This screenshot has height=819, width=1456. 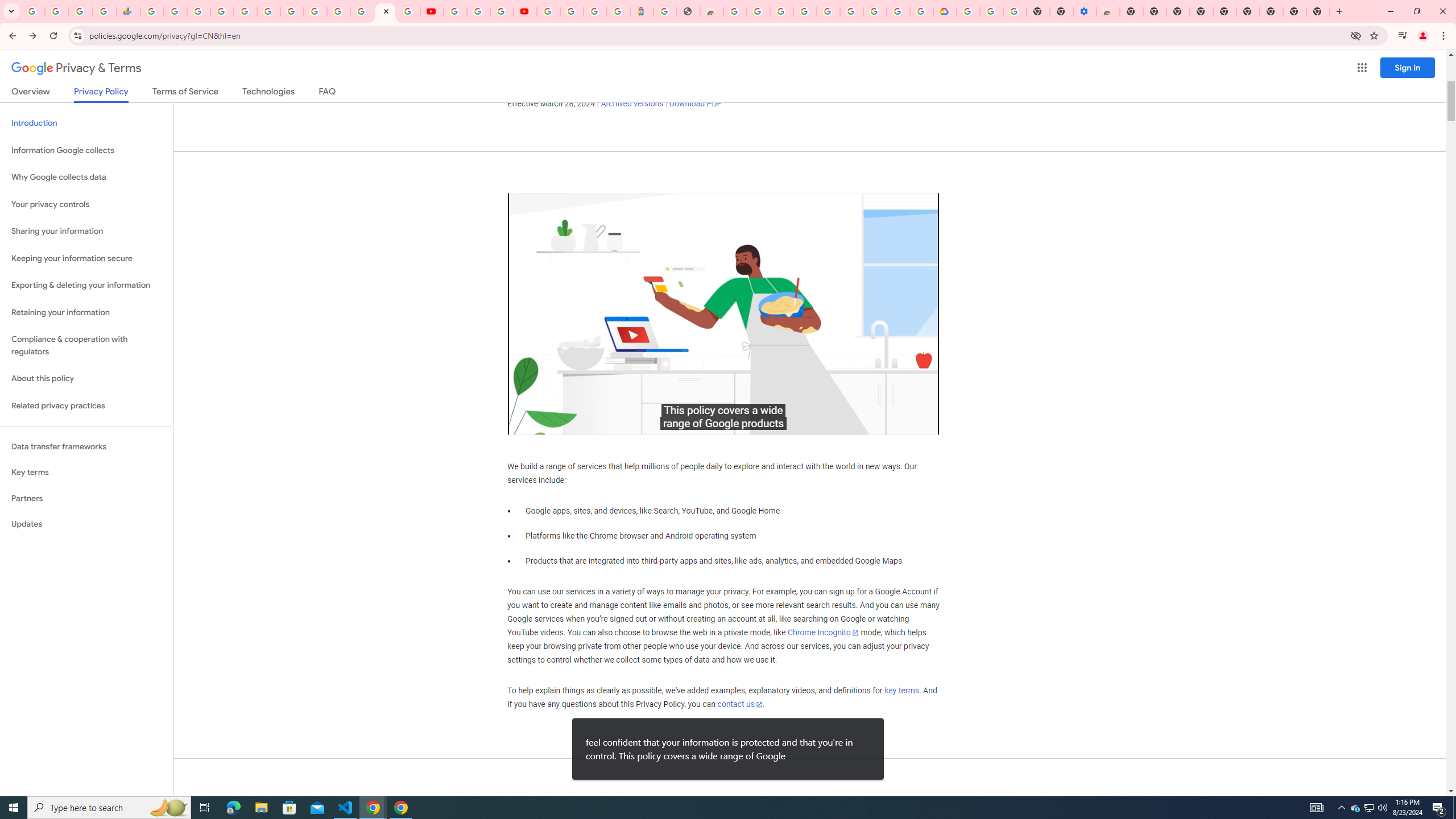 I want to click on 'Related privacy practices', so click(x=86, y=405).